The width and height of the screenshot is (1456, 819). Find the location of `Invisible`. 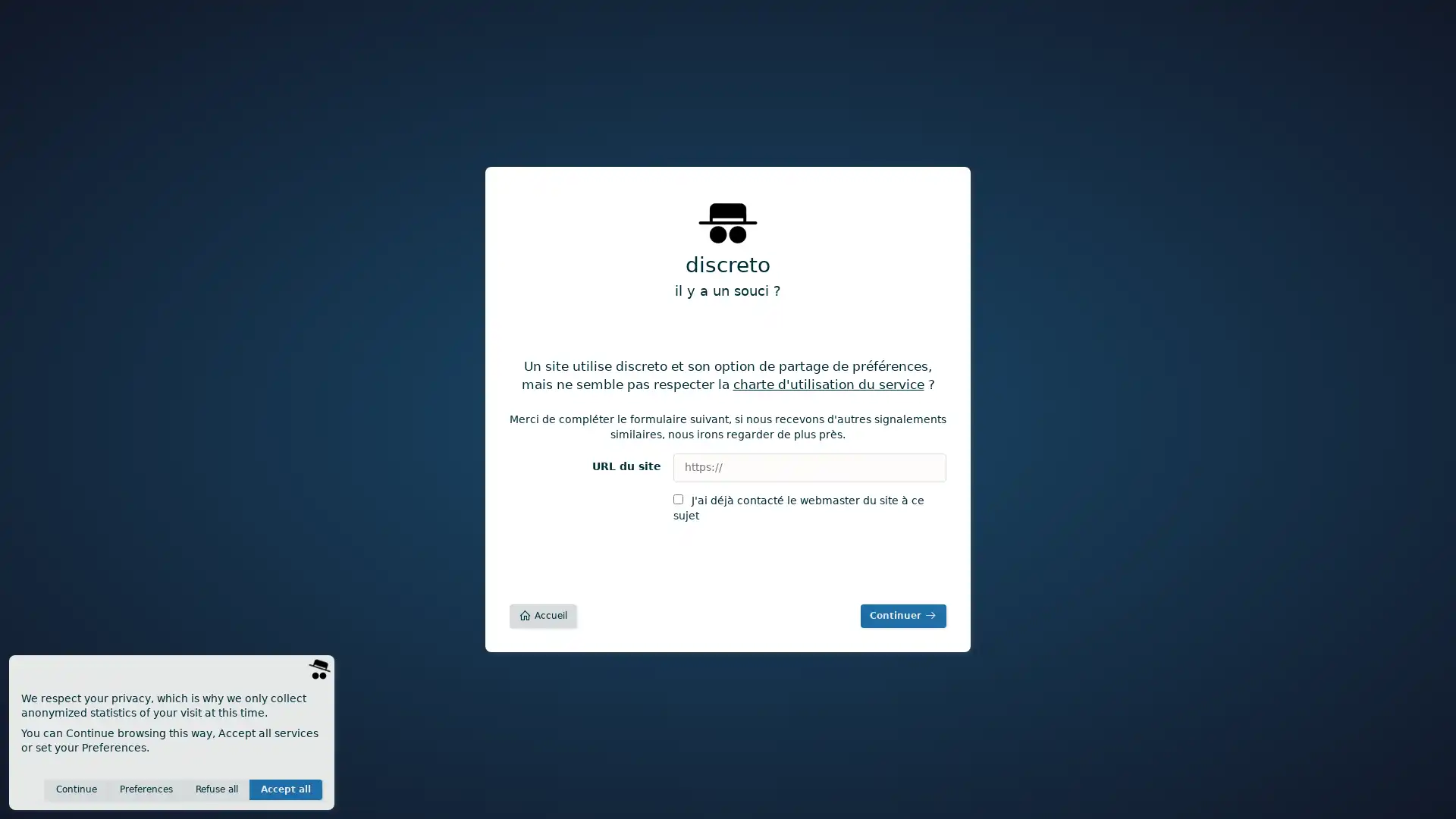

Invisible is located at coordinates (244, 795).